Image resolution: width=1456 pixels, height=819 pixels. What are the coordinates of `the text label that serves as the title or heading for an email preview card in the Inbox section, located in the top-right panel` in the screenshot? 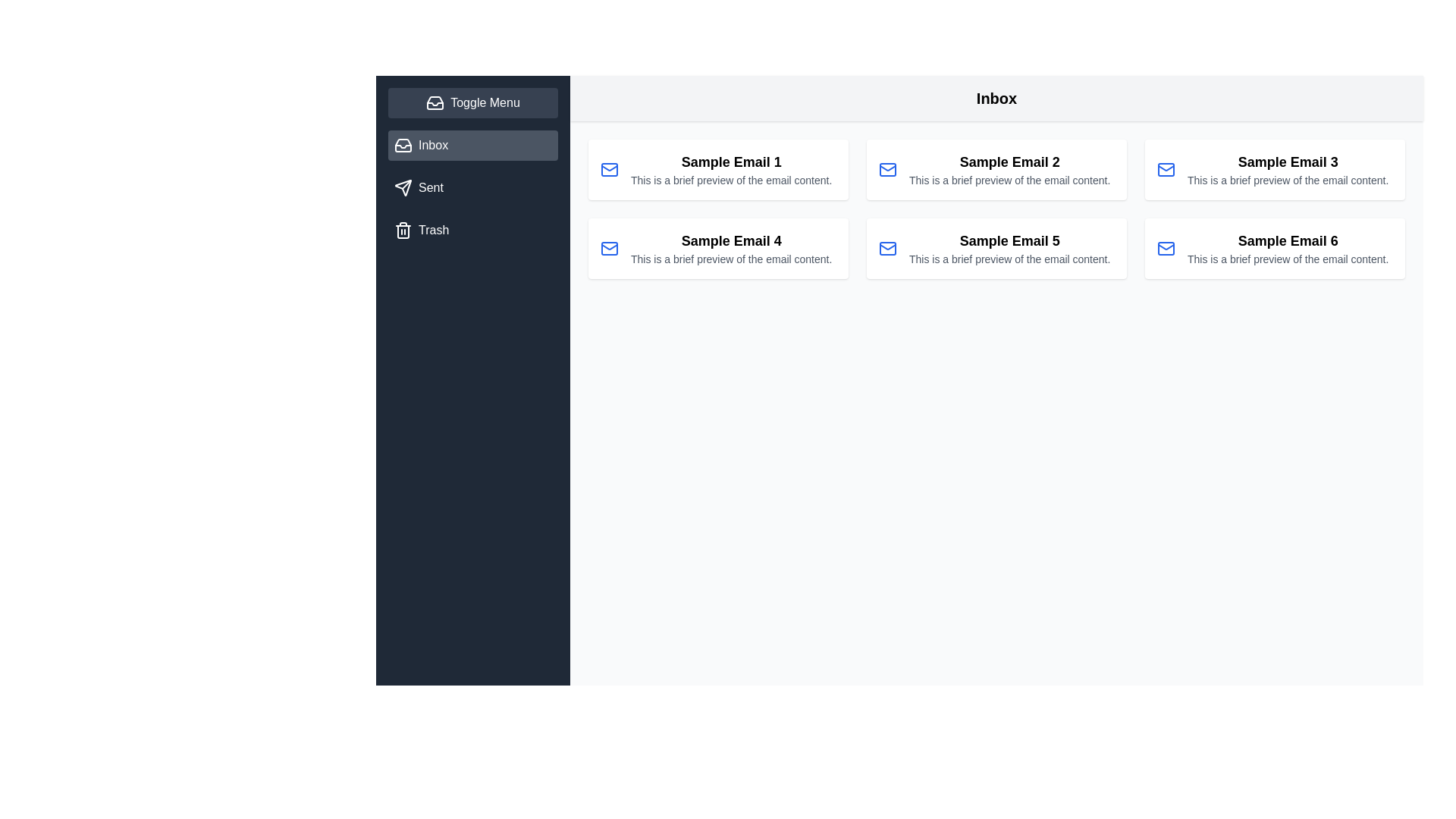 It's located at (1287, 162).